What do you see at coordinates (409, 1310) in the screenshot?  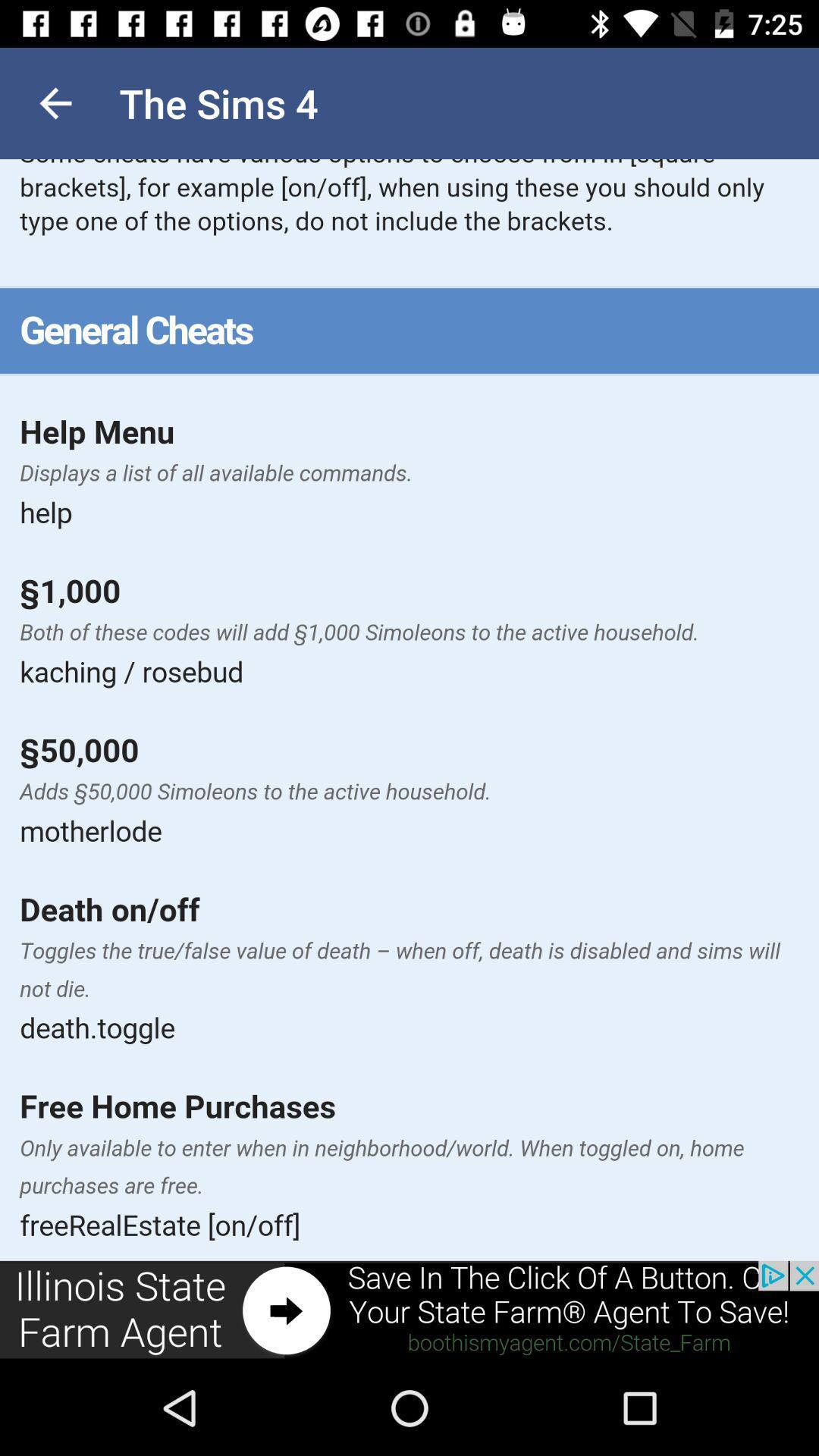 I see `its an advertisement` at bounding box center [409, 1310].